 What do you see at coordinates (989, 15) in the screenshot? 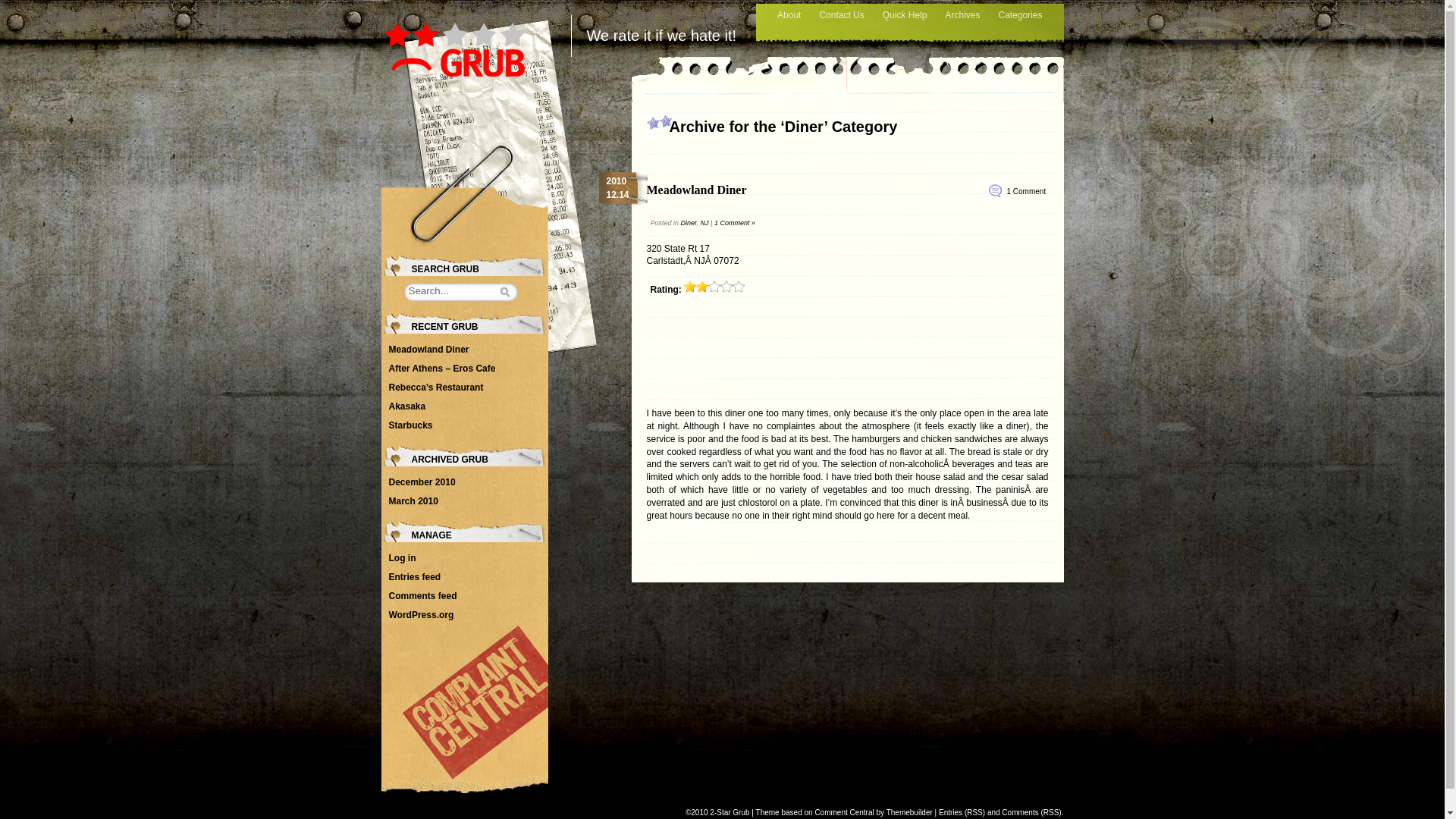
I see `'Categories'` at bounding box center [989, 15].